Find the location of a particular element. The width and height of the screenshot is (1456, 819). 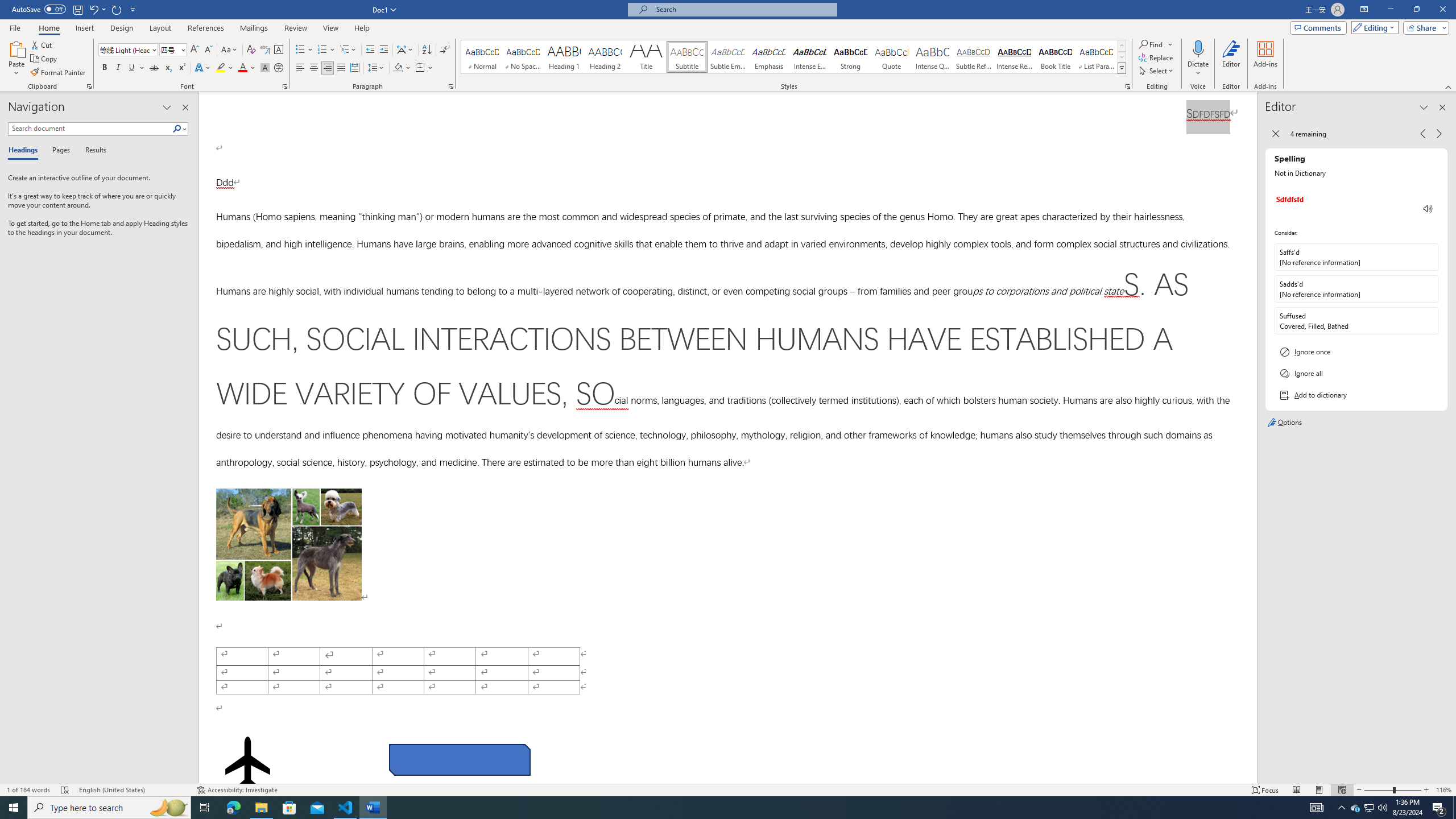

'Subtitle' is located at coordinates (686, 56).